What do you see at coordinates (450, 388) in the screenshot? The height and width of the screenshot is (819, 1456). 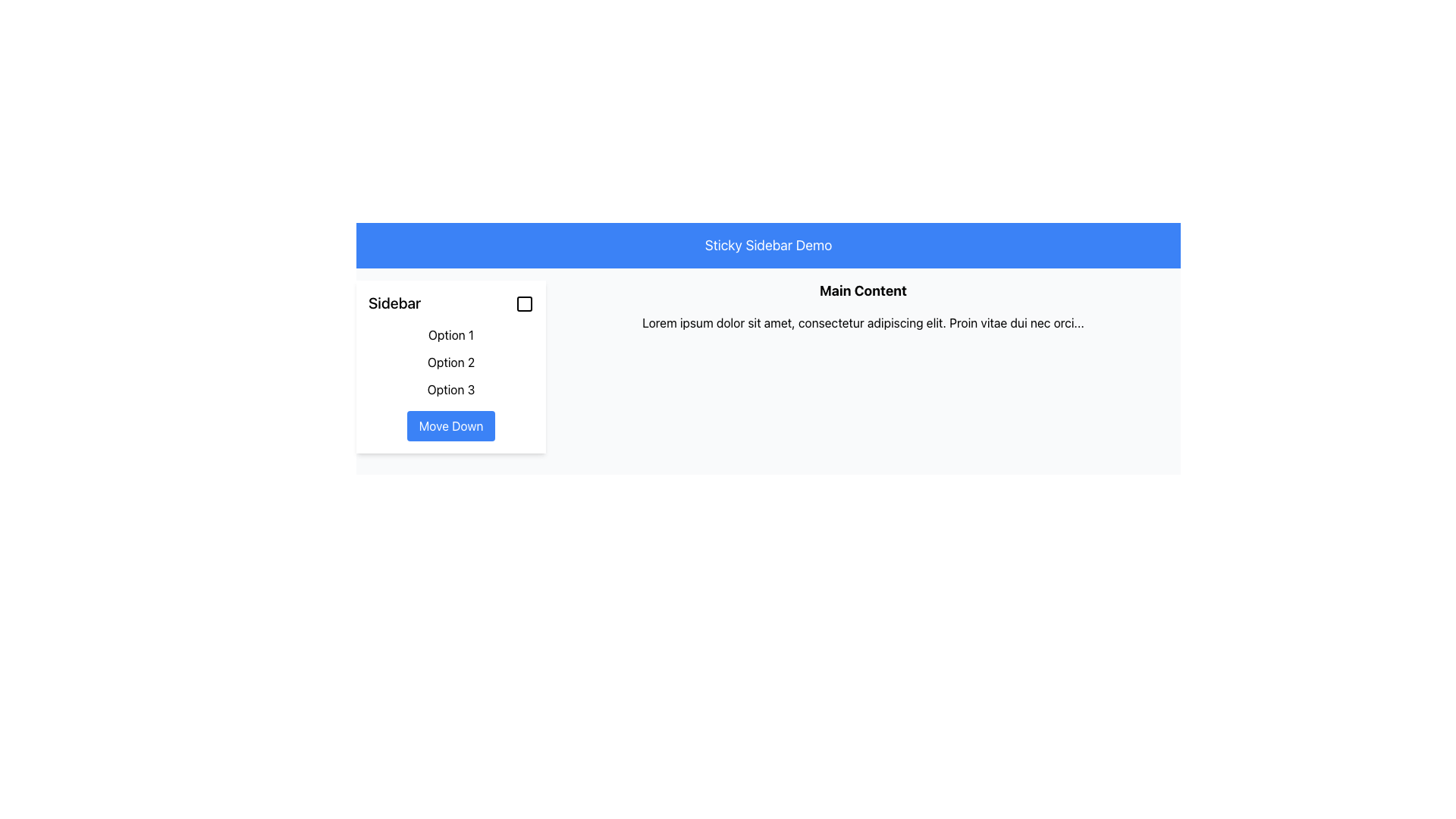 I see `the text label displaying 'Option 3', which is the last item in the sidebar list, positioned below 'Option 2'` at bounding box center [450, 388].